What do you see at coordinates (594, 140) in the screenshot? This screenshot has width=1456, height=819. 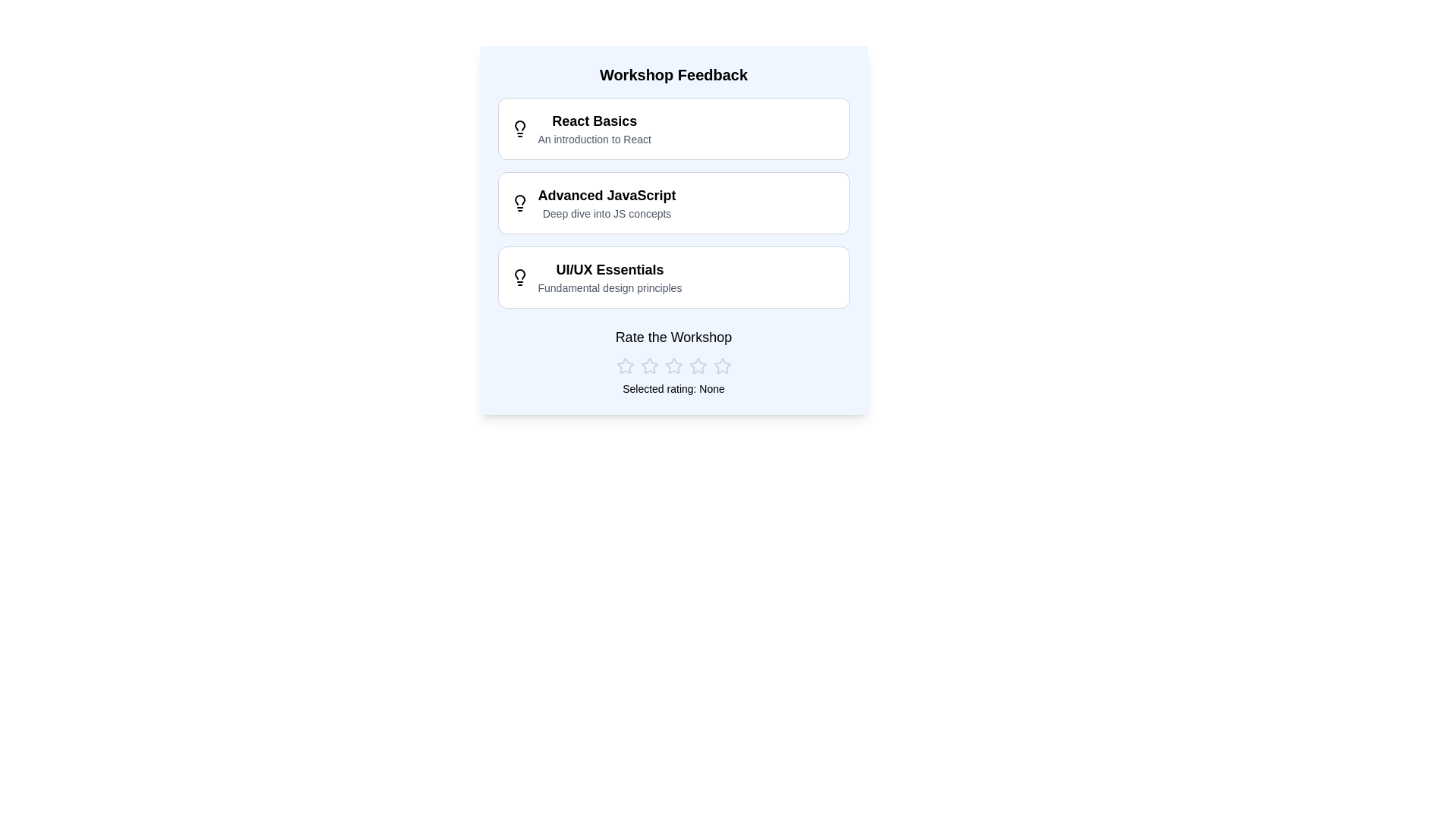 I see `the text element that reads 'An introduction to React.' which is styled with a smaller font size and muted gray color, positioned directly below the 'React Basics' title` at bounding box center [594, 140].